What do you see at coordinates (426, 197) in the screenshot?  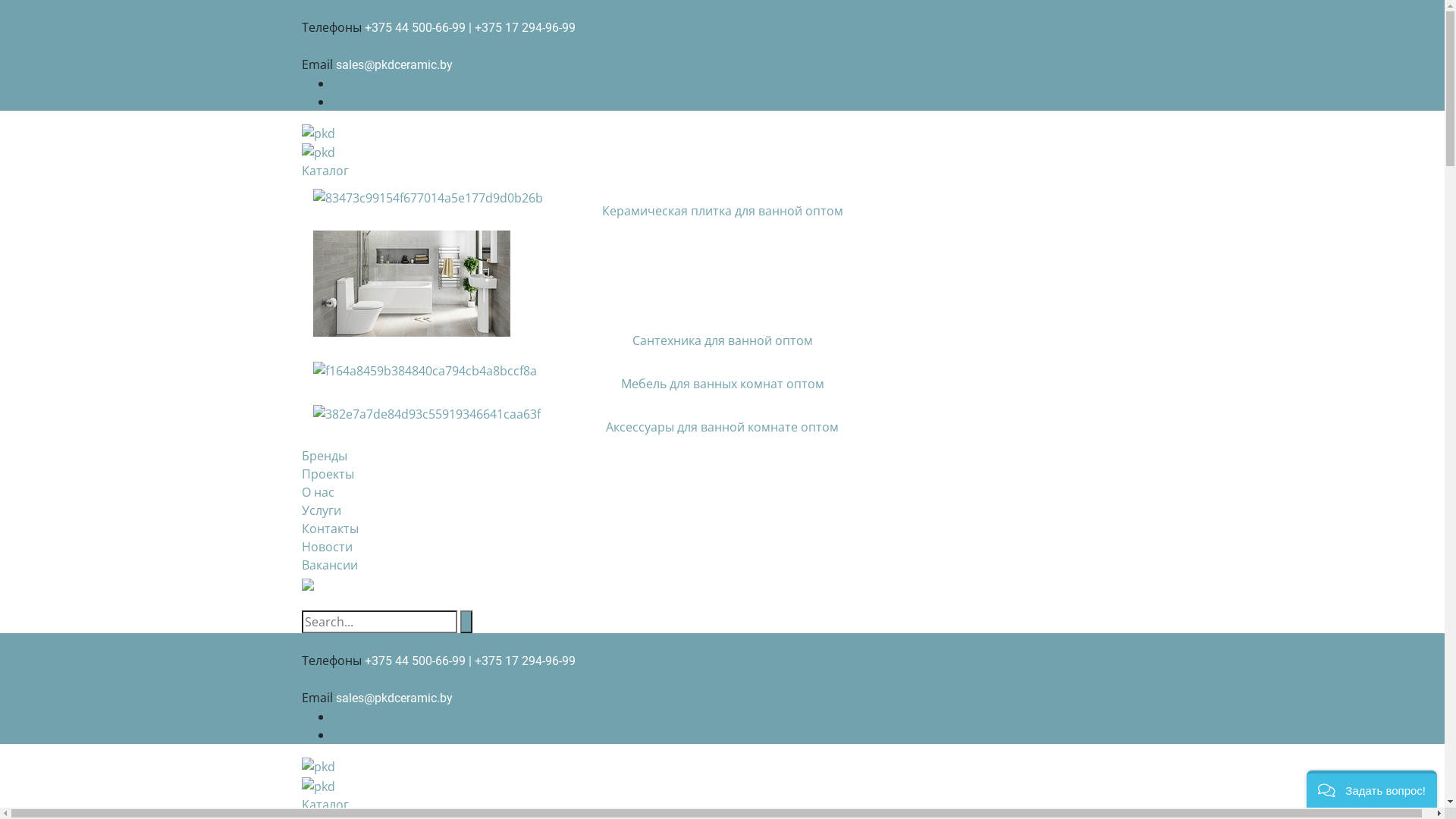 I see `'83473c99154f677014a5e177d9d0b26b'` at bounding box center [426, 197].